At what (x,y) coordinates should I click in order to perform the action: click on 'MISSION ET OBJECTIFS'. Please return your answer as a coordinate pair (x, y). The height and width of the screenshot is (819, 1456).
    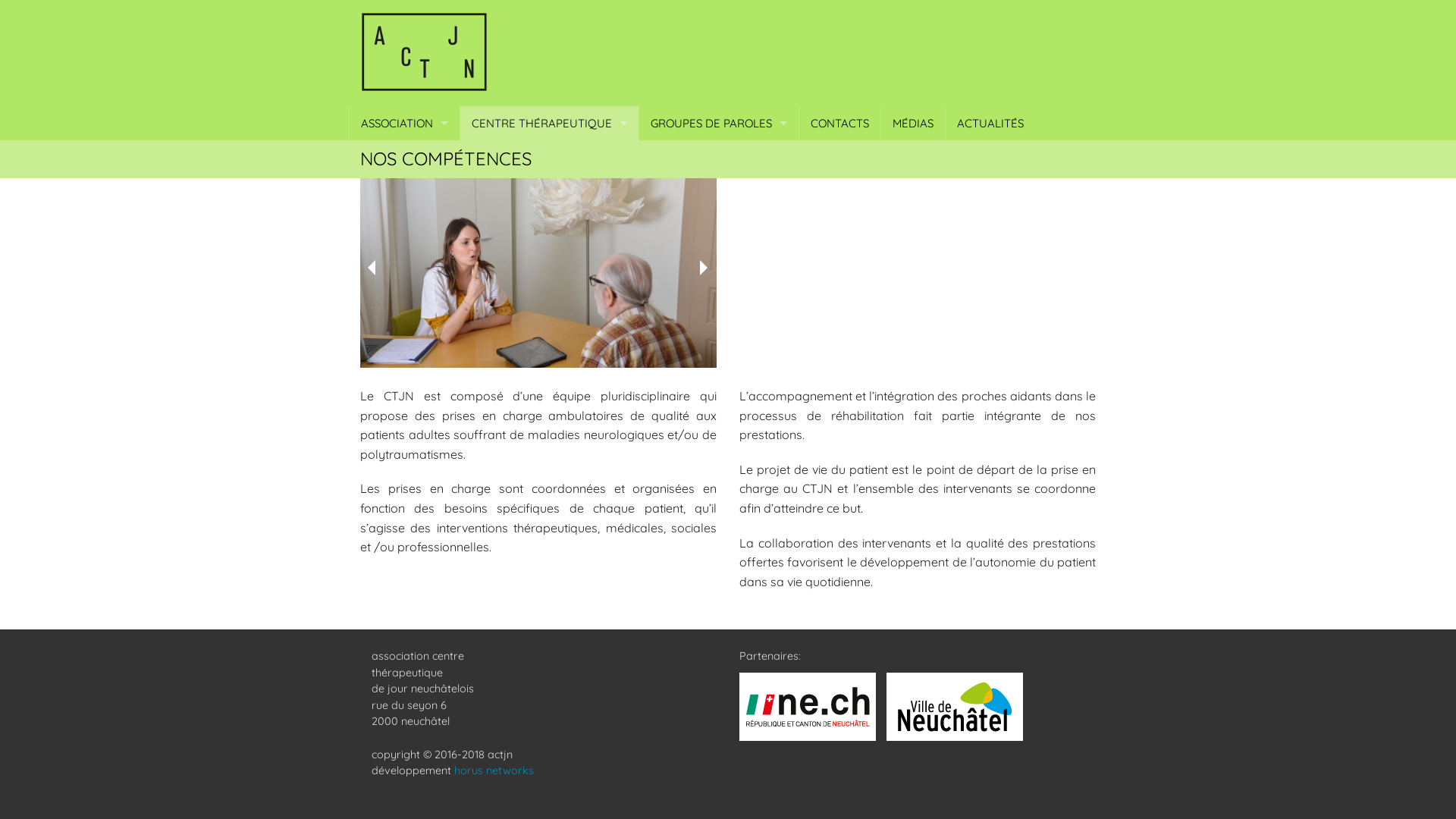
    Looking at the image, I should click on (459, 157).